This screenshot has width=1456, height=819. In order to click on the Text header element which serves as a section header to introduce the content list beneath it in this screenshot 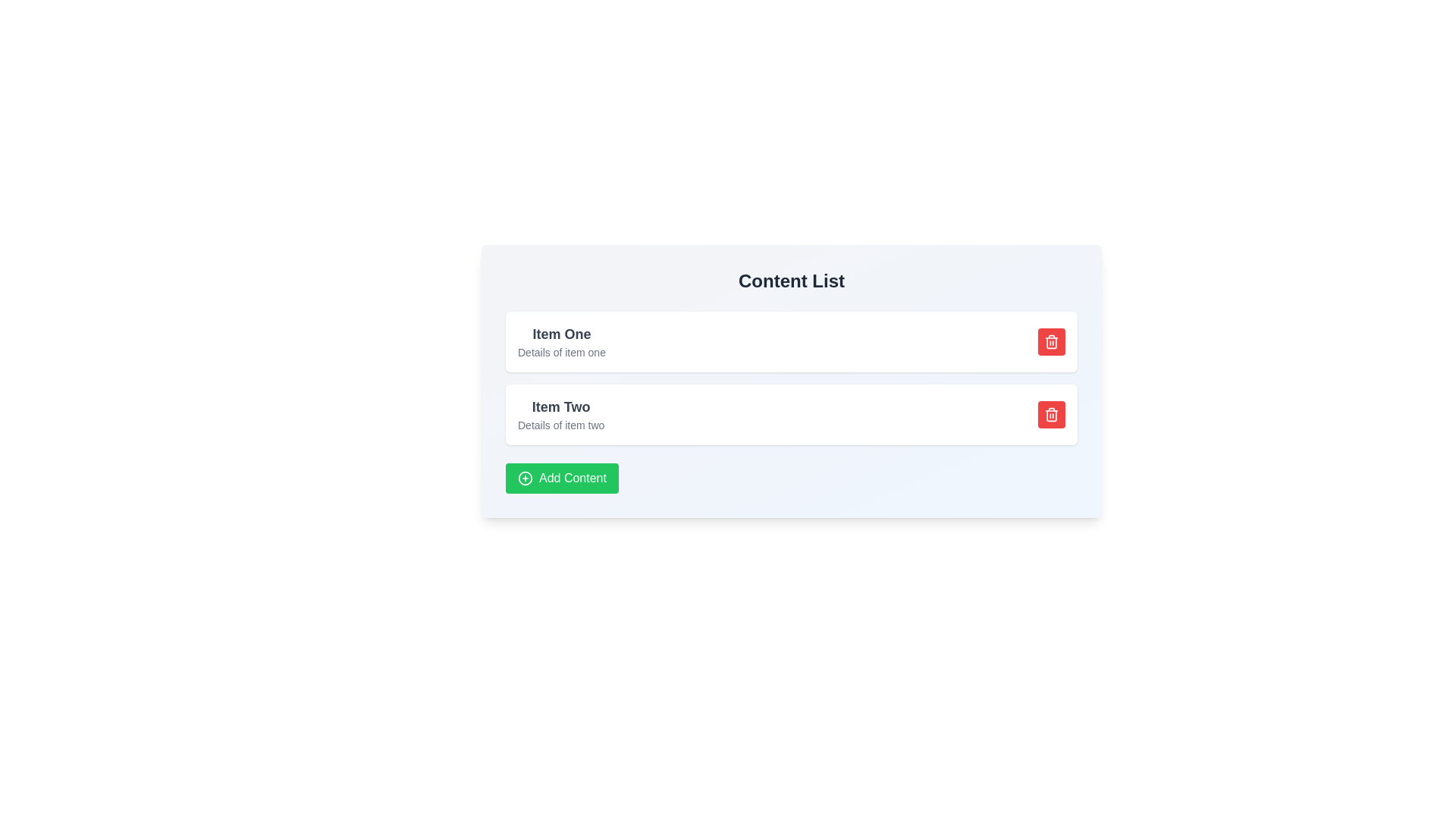, I will do `click(790, 281)`.